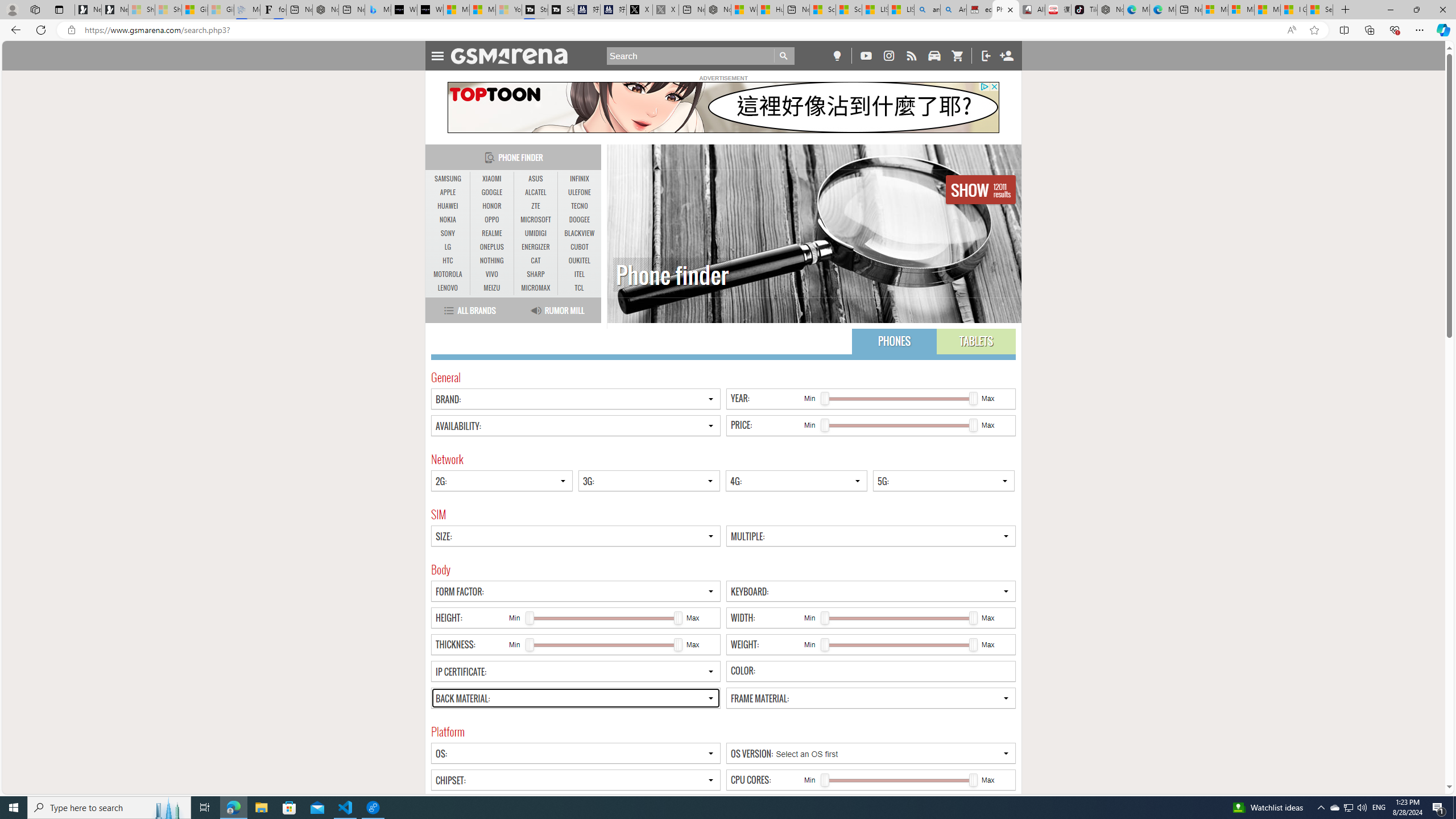 The width and height of the screenshot is (1456, 819). What do you see at coordinates (579, 192) in the screenshot?
I see `'ULEFONE'` at bounding box center [579, 192].